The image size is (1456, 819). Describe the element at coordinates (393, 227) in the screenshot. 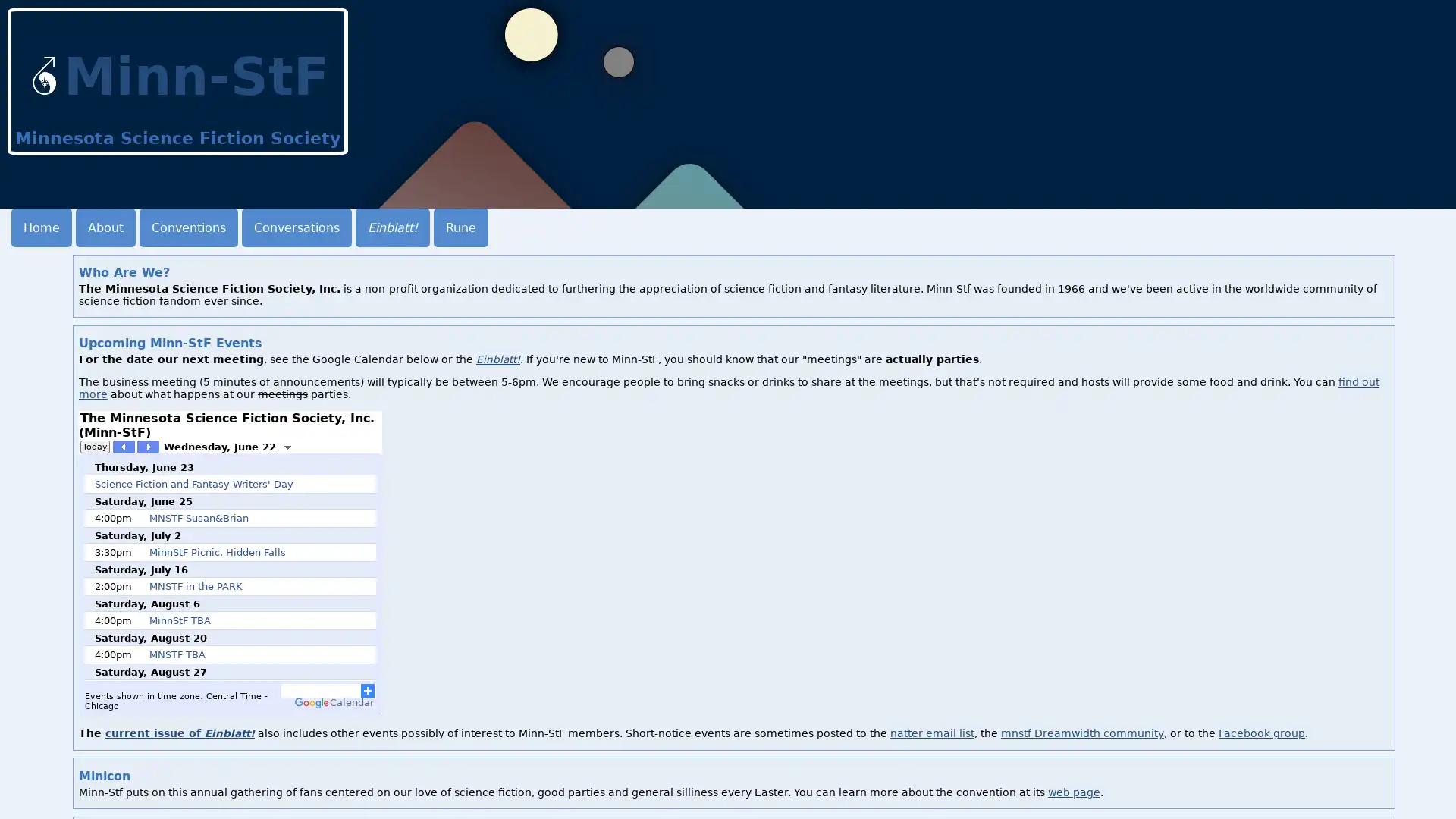

I see `Einblatt!` at that location.